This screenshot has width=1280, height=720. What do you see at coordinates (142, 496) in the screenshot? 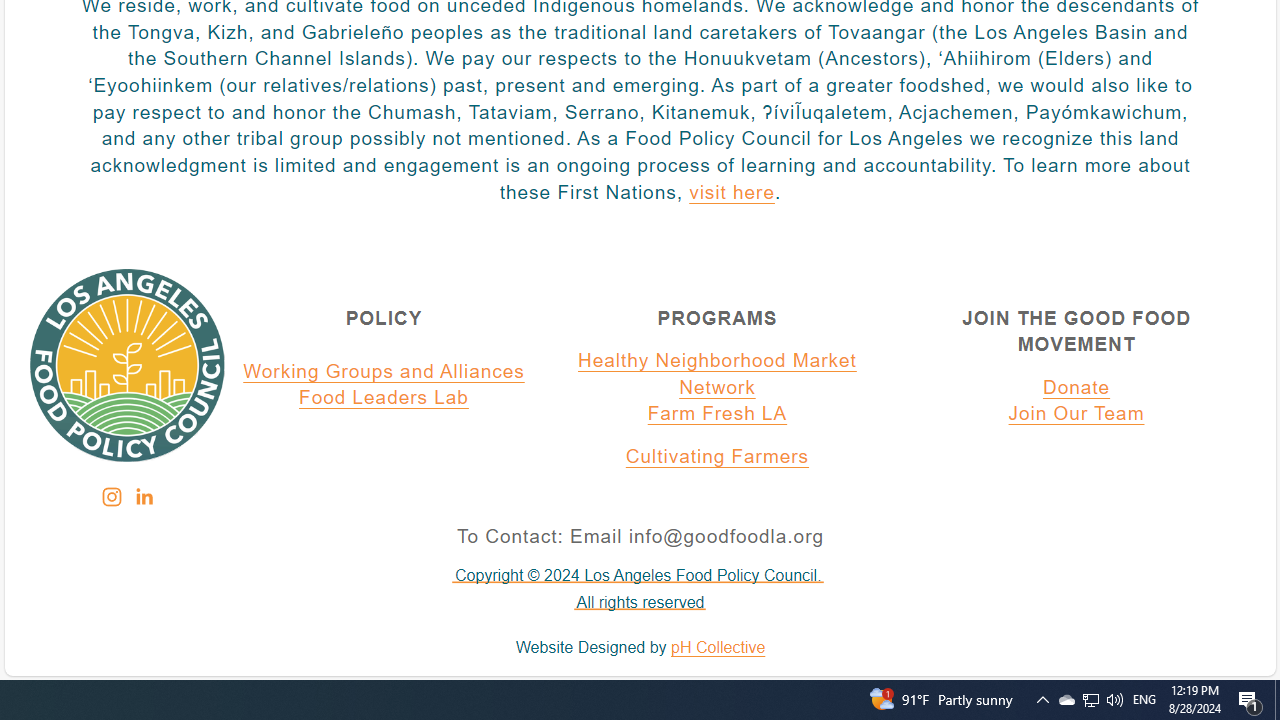
I see `'LinkedIn'` at bounding box center [142, 496].